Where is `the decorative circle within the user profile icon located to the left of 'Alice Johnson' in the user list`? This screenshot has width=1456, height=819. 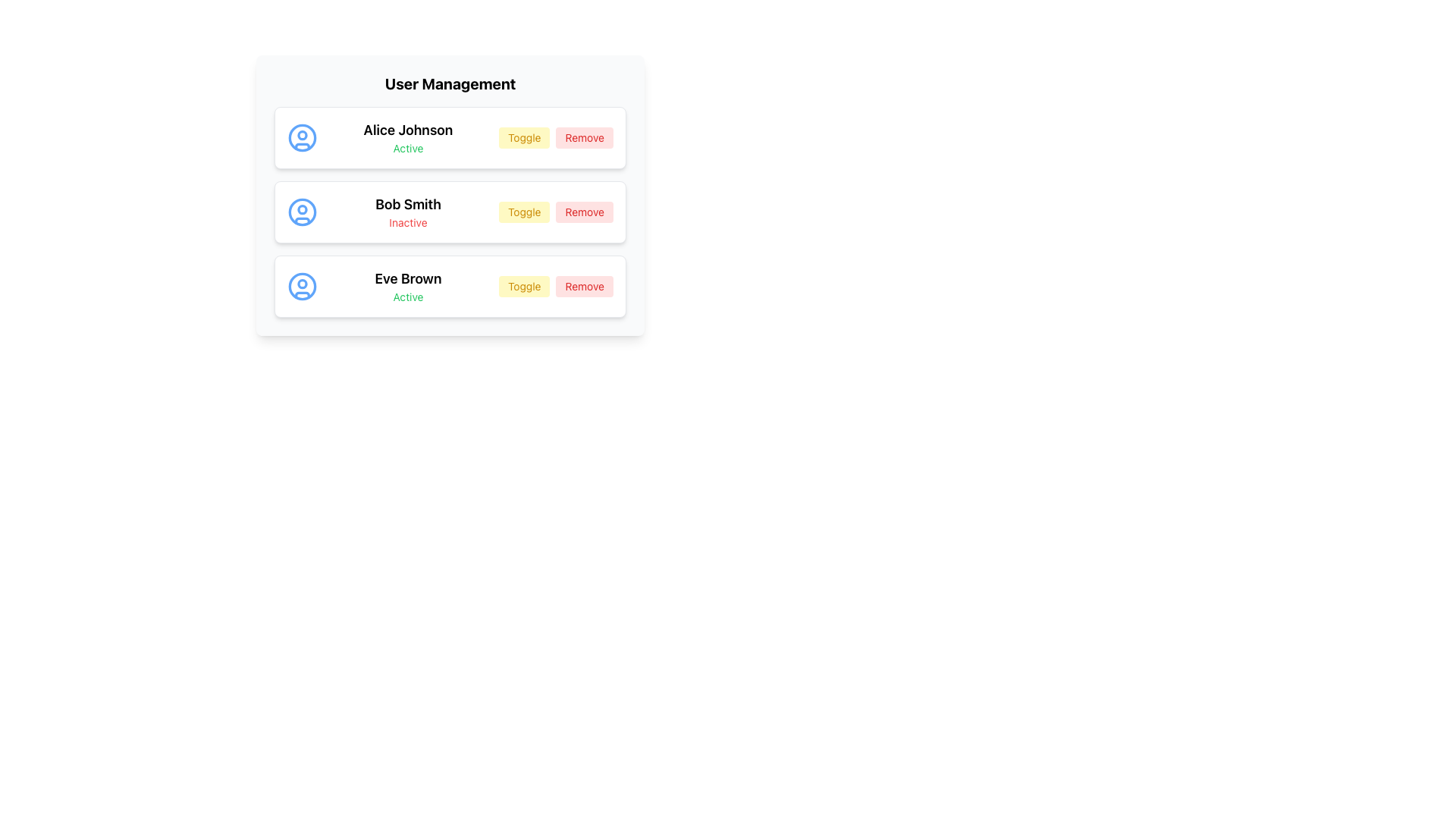 the decorative circle within the user profile icon located to the left of 'Alice Johnson' in the user list is located at coordinates (302, 133).